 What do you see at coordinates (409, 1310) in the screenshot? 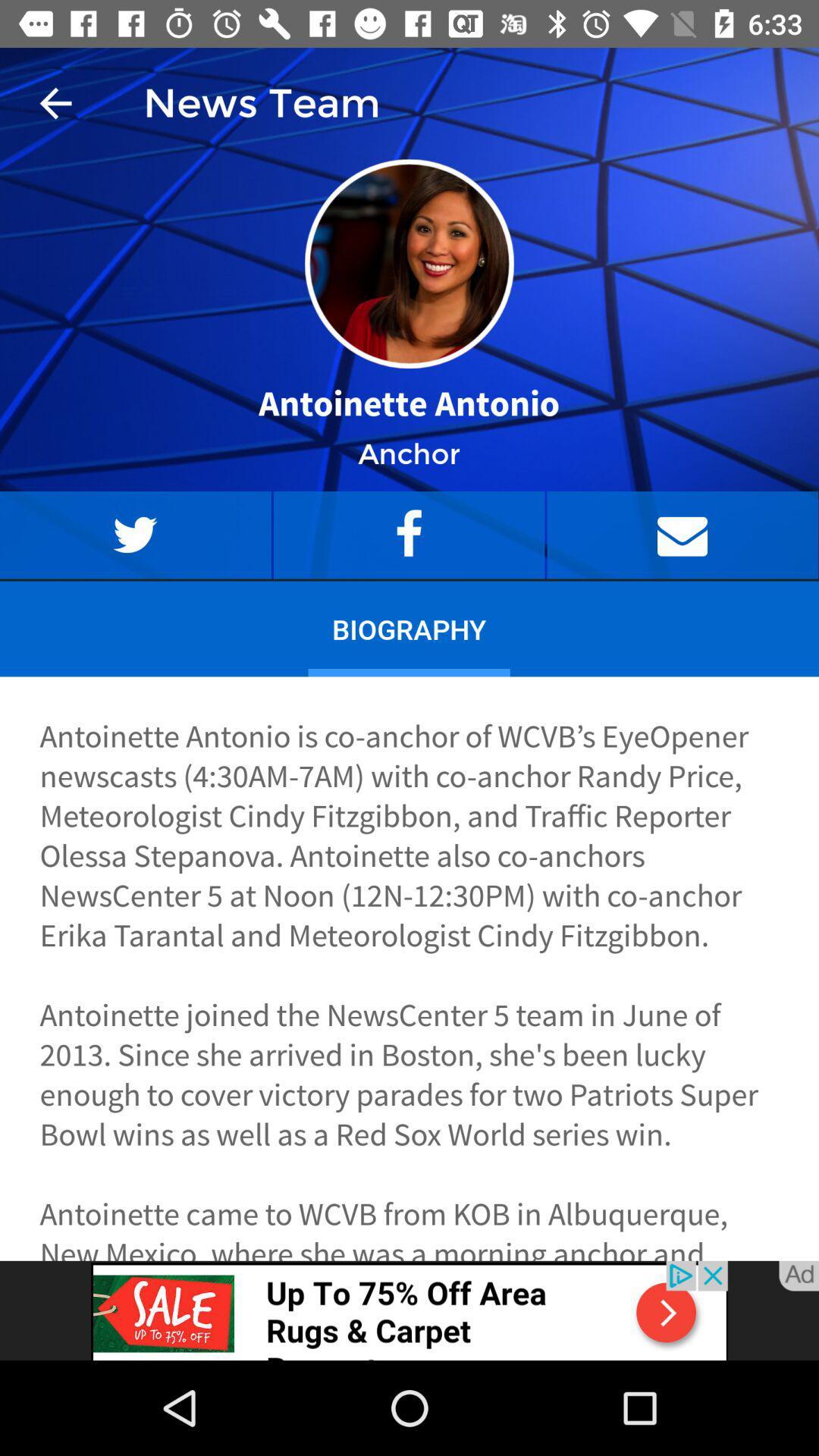
I see `advertising` at bounding box center [409, 1310].